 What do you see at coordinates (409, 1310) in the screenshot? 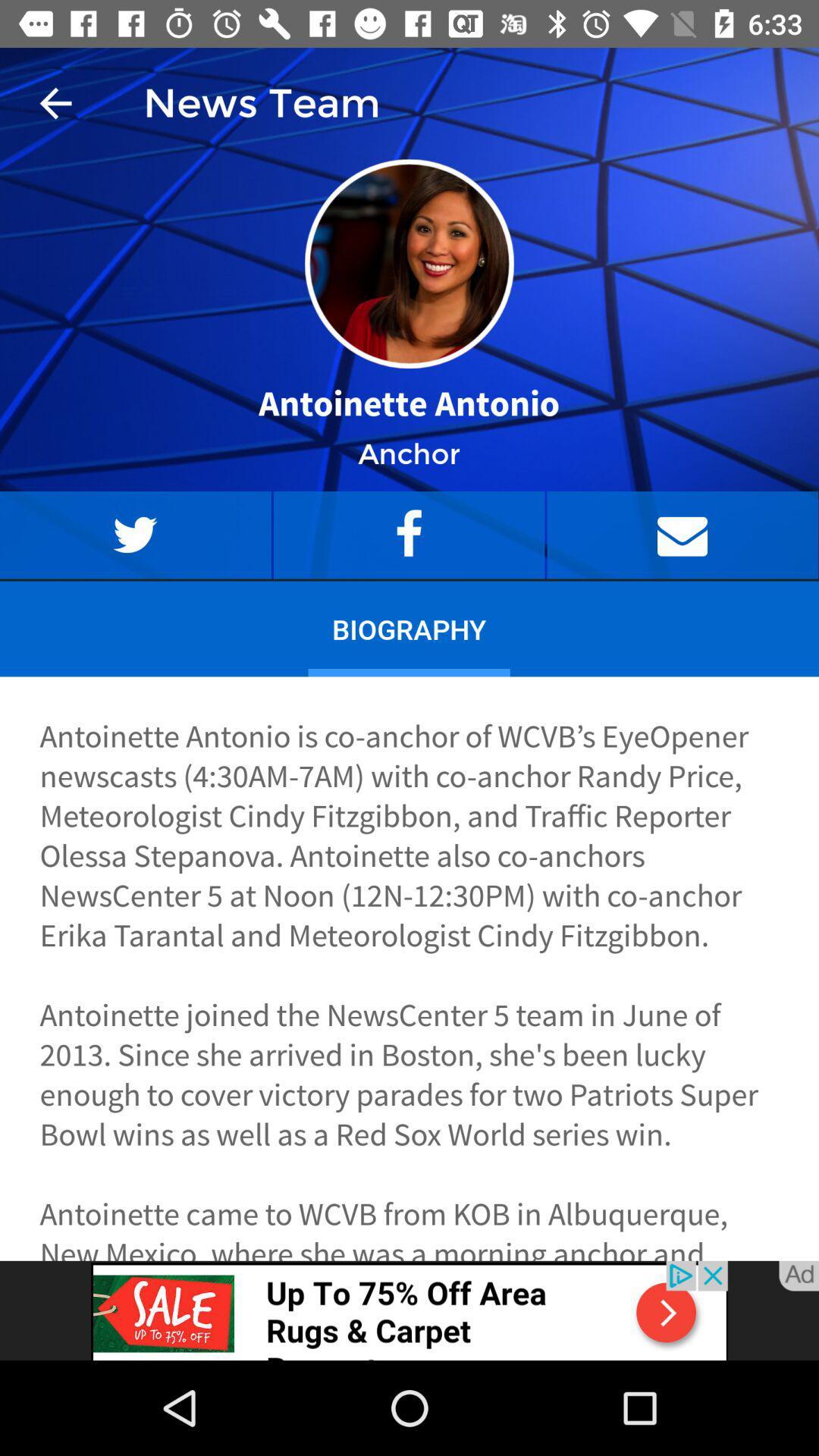
I see `advertising` at bounding box center [409, 1310].